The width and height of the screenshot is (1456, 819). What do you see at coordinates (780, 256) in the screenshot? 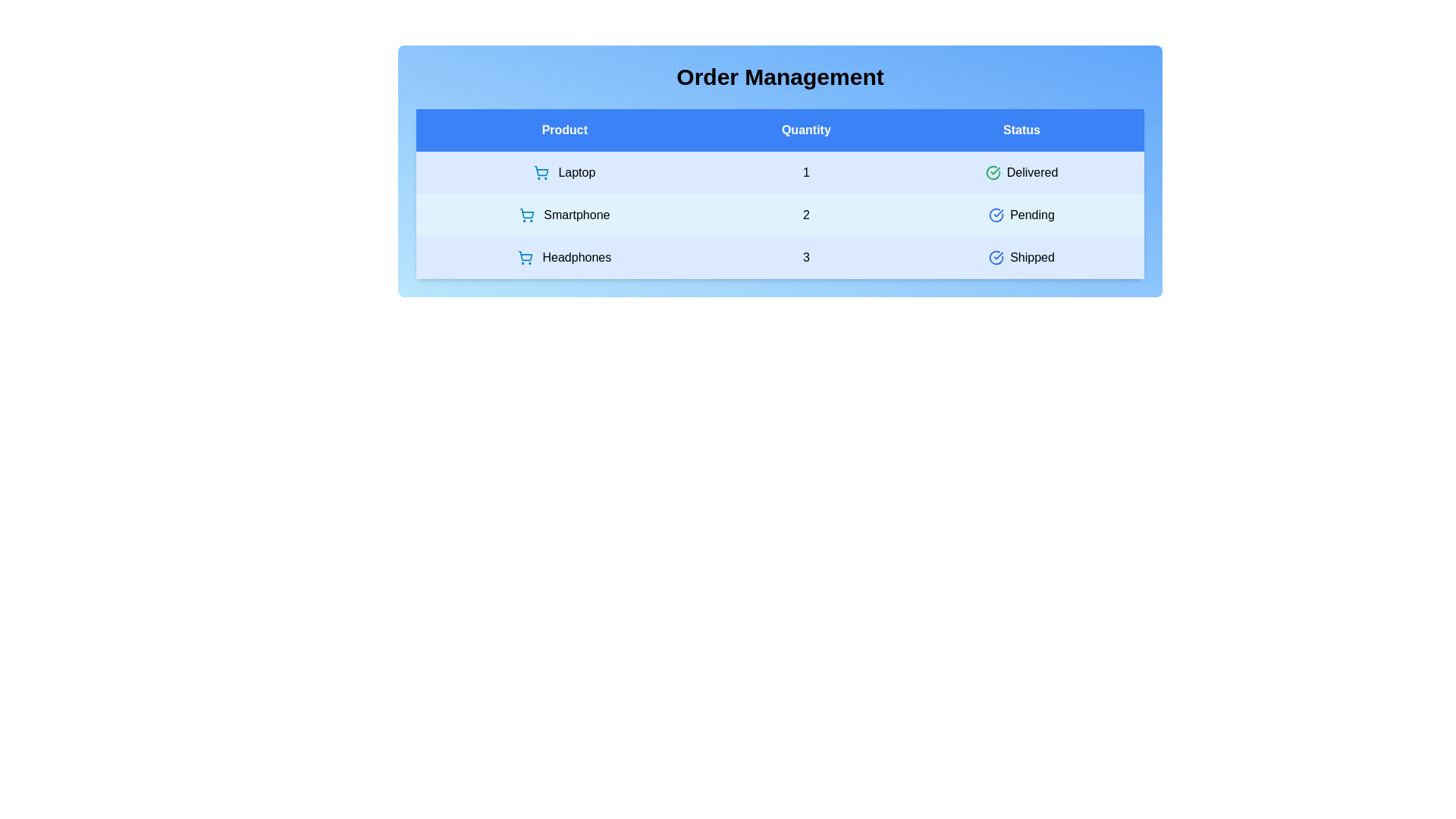
I see `the row corresponding to Headphones to highlight it` at bounding box center [780, 256].